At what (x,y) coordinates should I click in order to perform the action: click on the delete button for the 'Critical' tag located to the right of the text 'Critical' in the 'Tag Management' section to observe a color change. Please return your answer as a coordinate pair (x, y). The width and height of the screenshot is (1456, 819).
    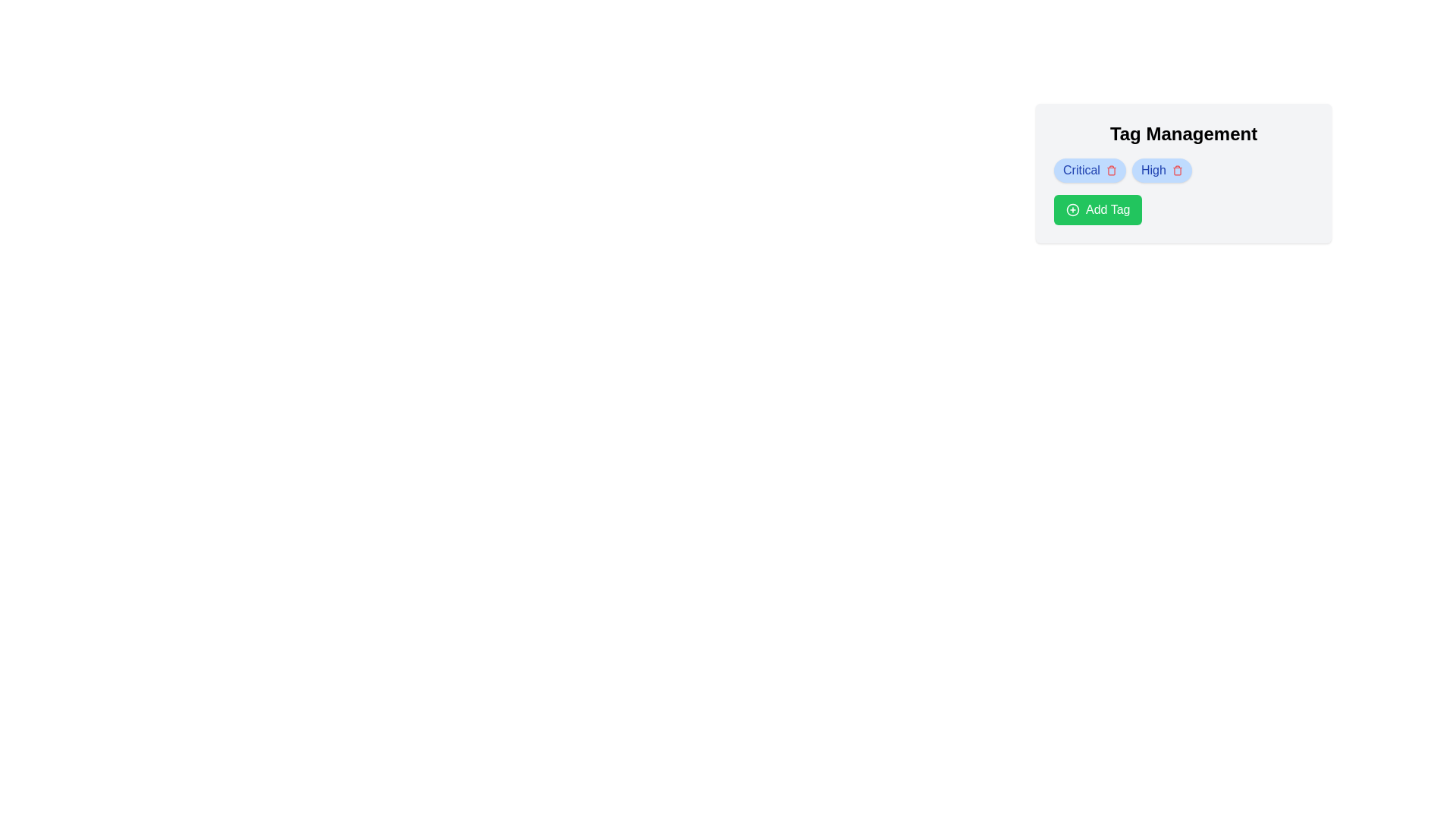
    Looking at the image, I should click on (1111, 170).